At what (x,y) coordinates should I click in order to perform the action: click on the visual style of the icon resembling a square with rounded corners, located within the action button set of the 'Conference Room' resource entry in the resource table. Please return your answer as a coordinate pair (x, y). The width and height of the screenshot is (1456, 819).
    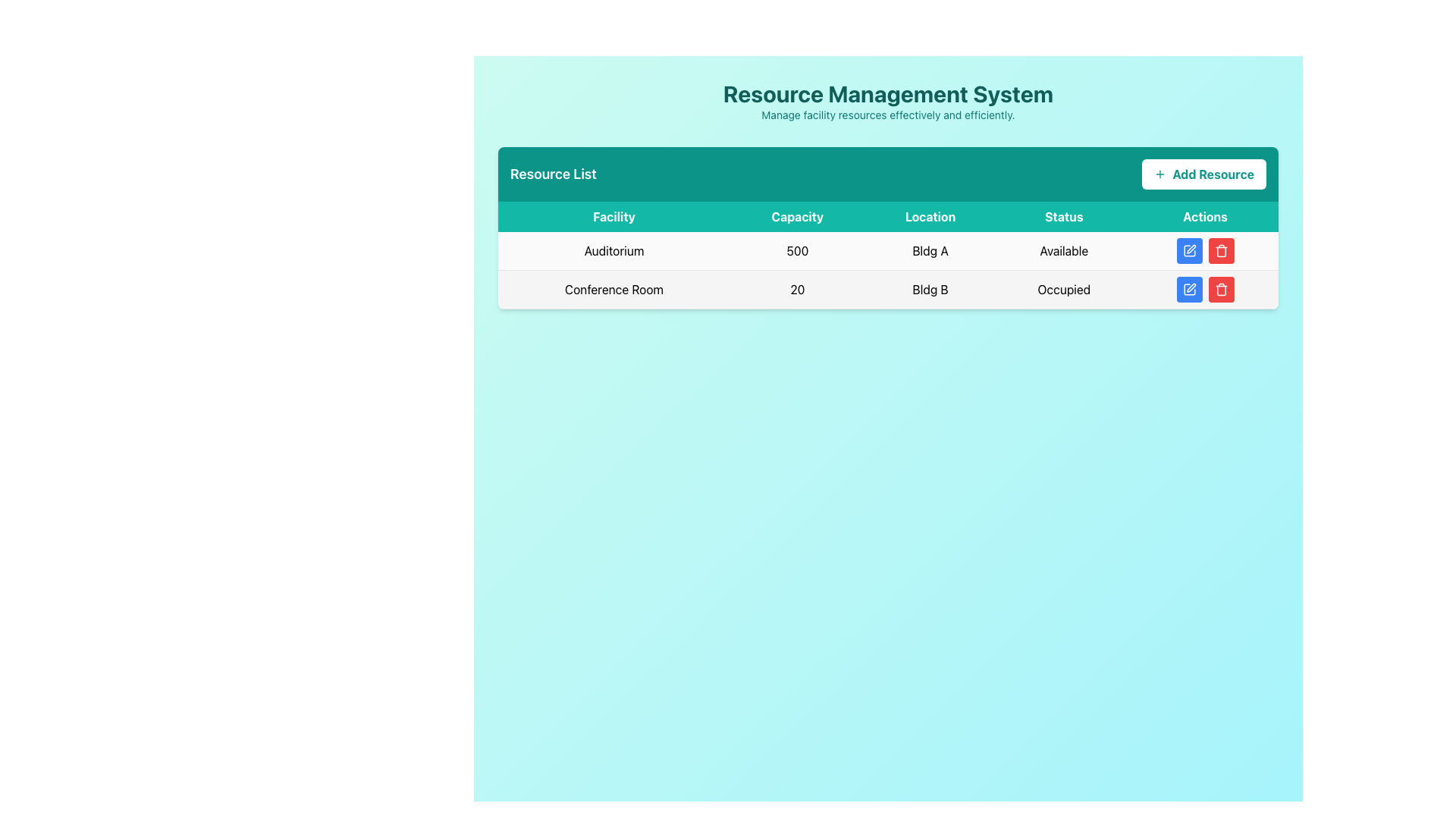
    Looking at the image, I should click on (1188, 289).